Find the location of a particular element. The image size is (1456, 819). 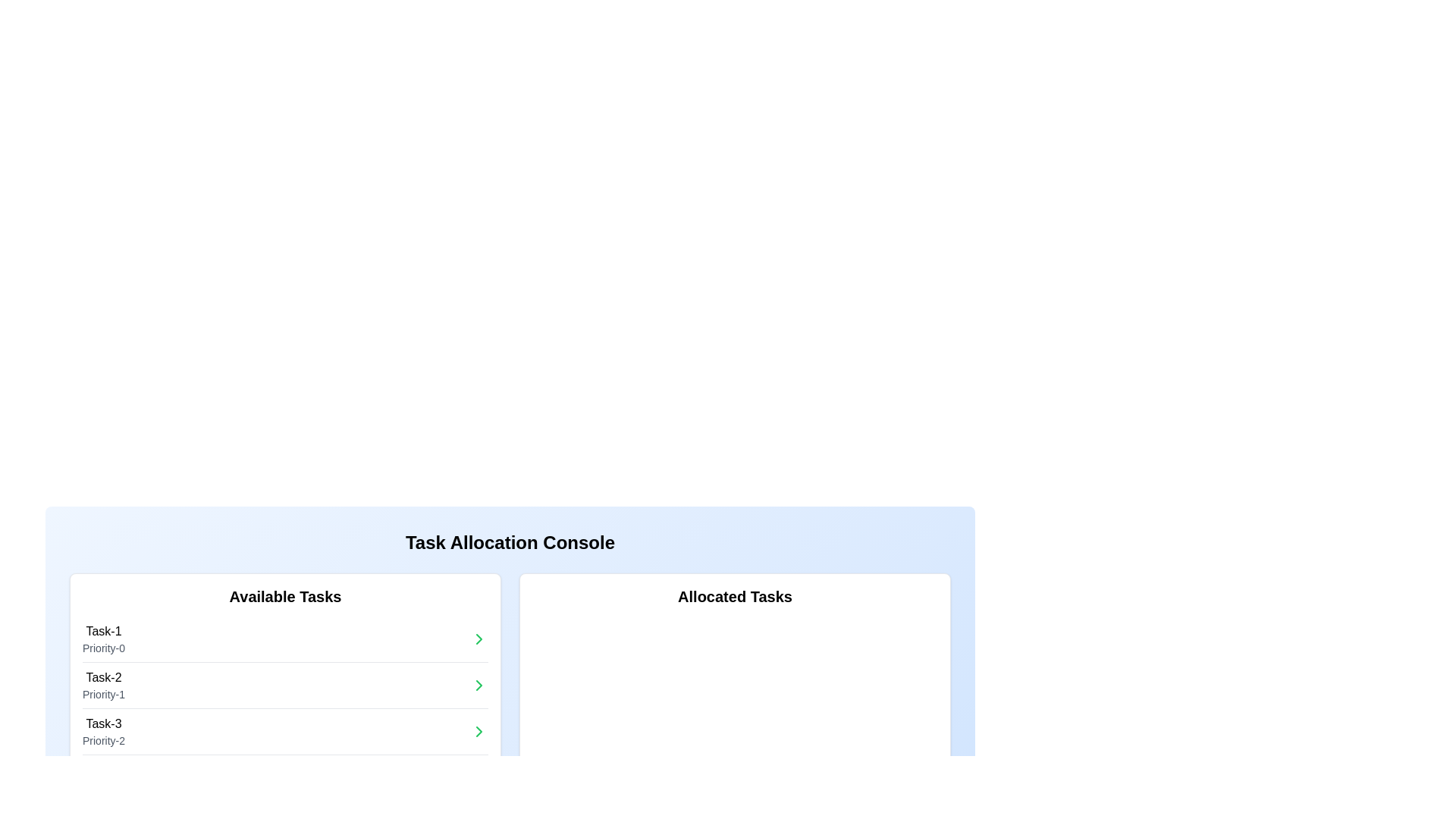

the Text label that displays the priority level of 'Task-1' located in the 'Available Tasks' section, directly beneath the 'Task-1' entry is located at coordinates (103, 648).